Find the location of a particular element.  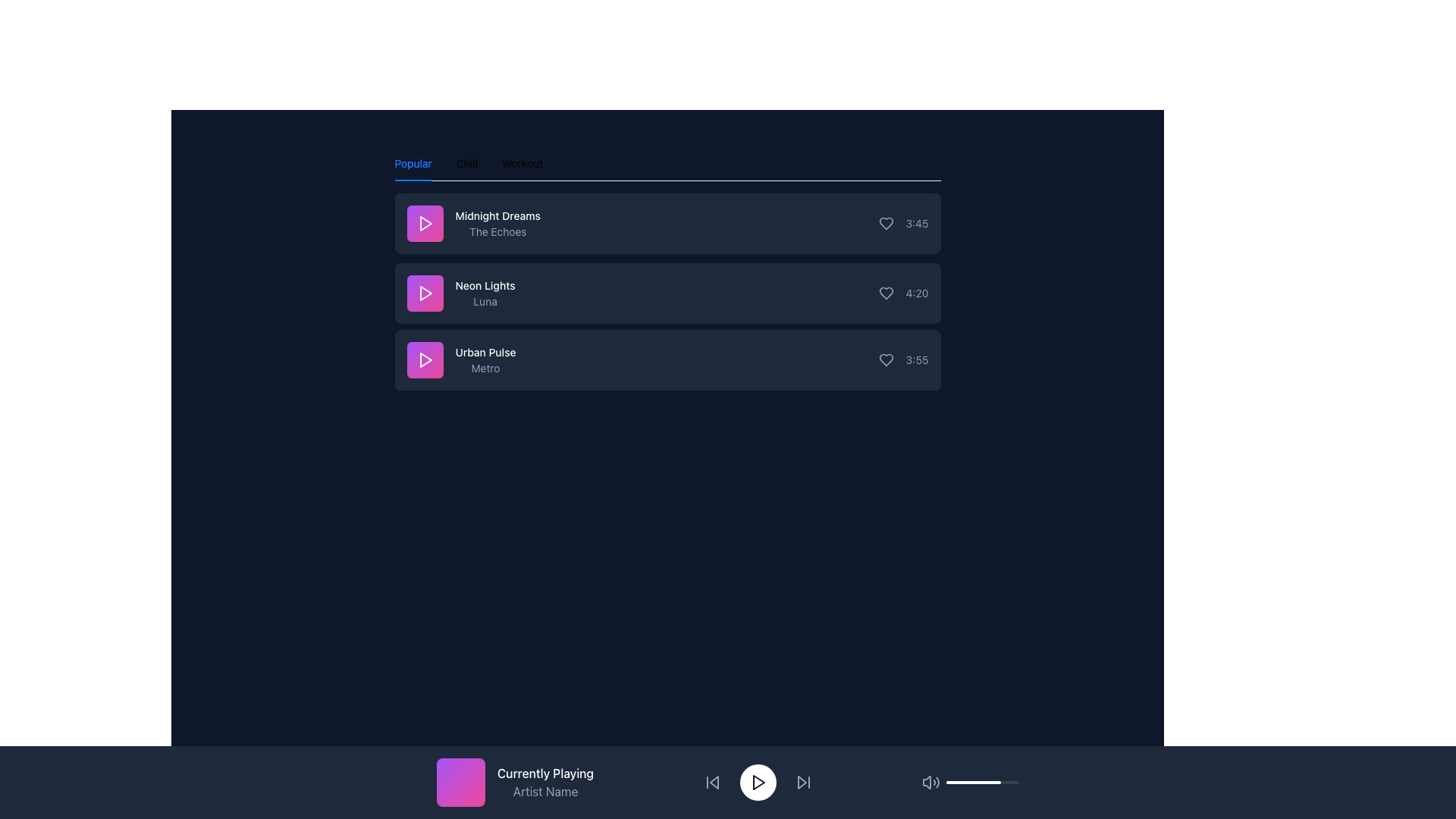

the play button icon located to the left of the song title 'Midnight Dreams' by 'The Echoes' in the topmost music item of the song list to initiate playback is located at coordinates (425, 223).